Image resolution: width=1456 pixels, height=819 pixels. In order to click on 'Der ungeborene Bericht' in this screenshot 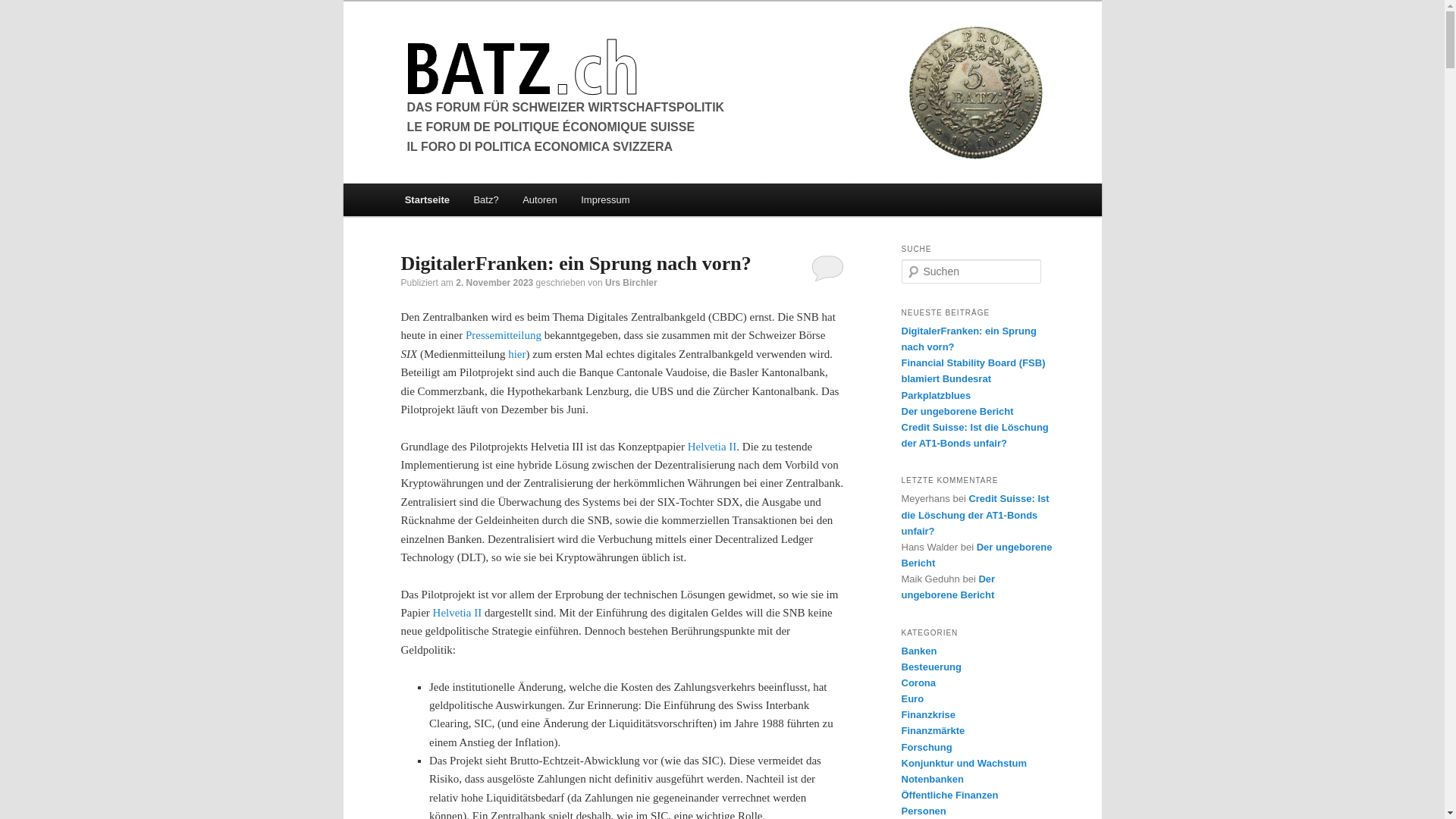, I will do `click(976, 555)`.